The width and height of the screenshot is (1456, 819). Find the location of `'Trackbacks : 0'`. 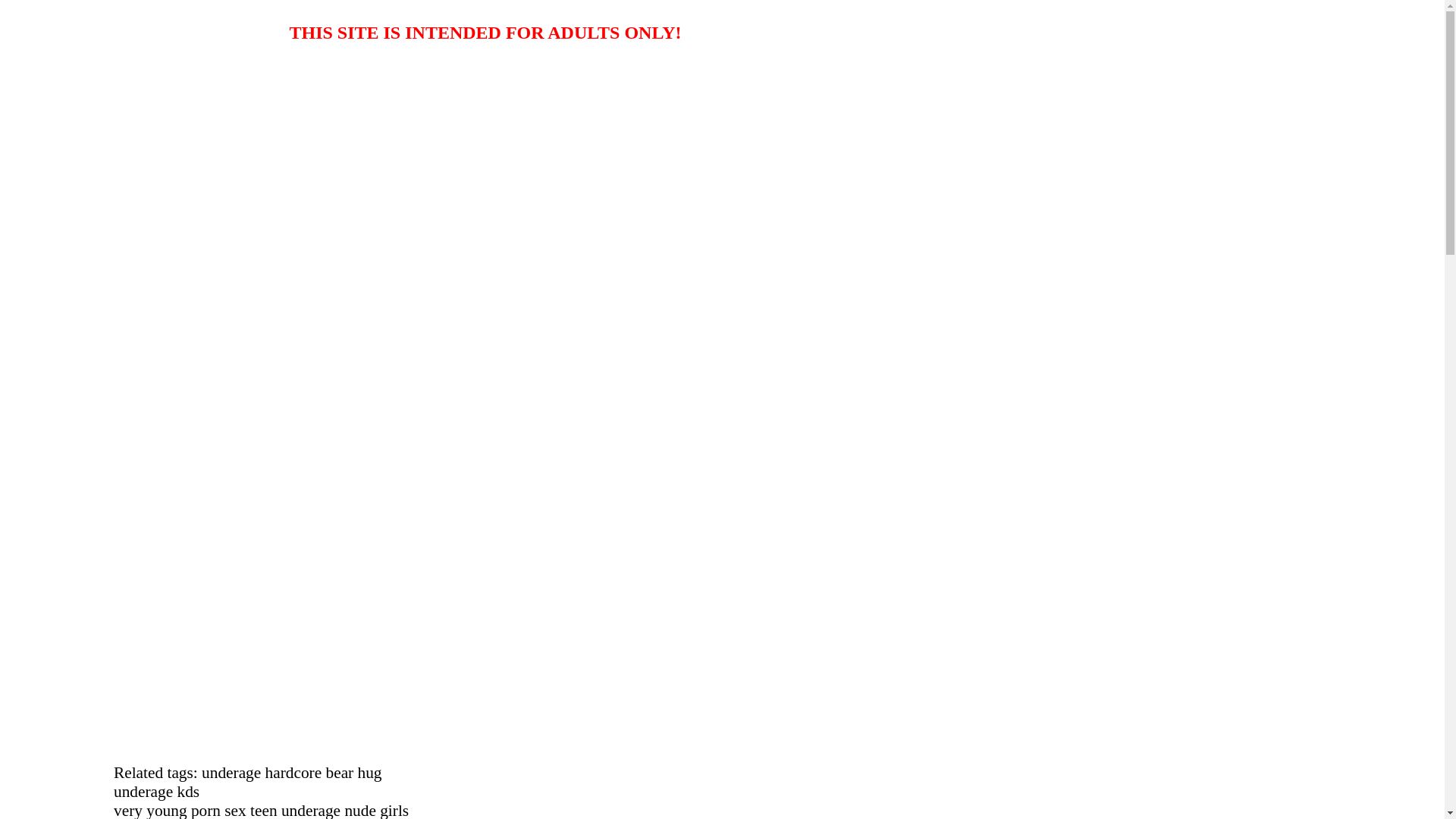

'Trackbacks : 0' is located at coordinates (71, 143).